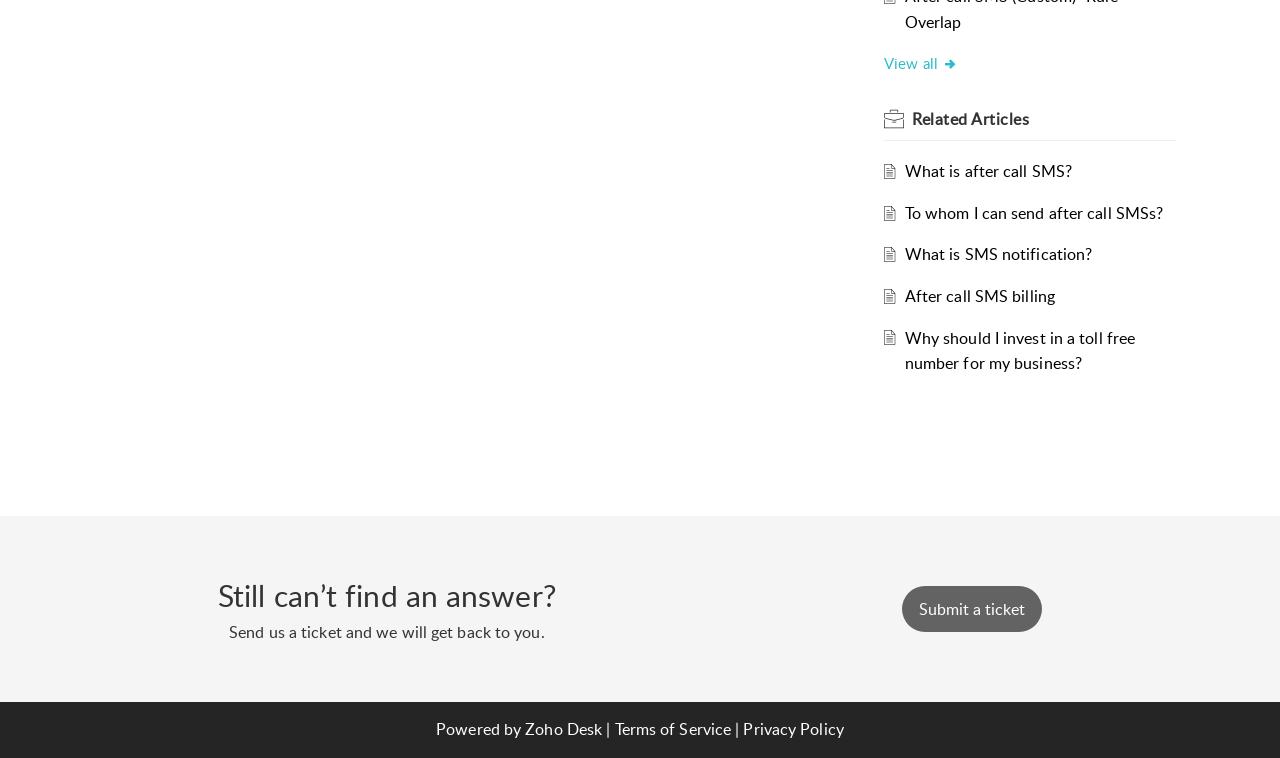 The width and height of the screenshot is (1280, 758). What do you see at coordinates (1019, 349) in the screenshot?
I see `'Why should I invest in a toll free number for my business?'` at bounding box center [1019, 349].